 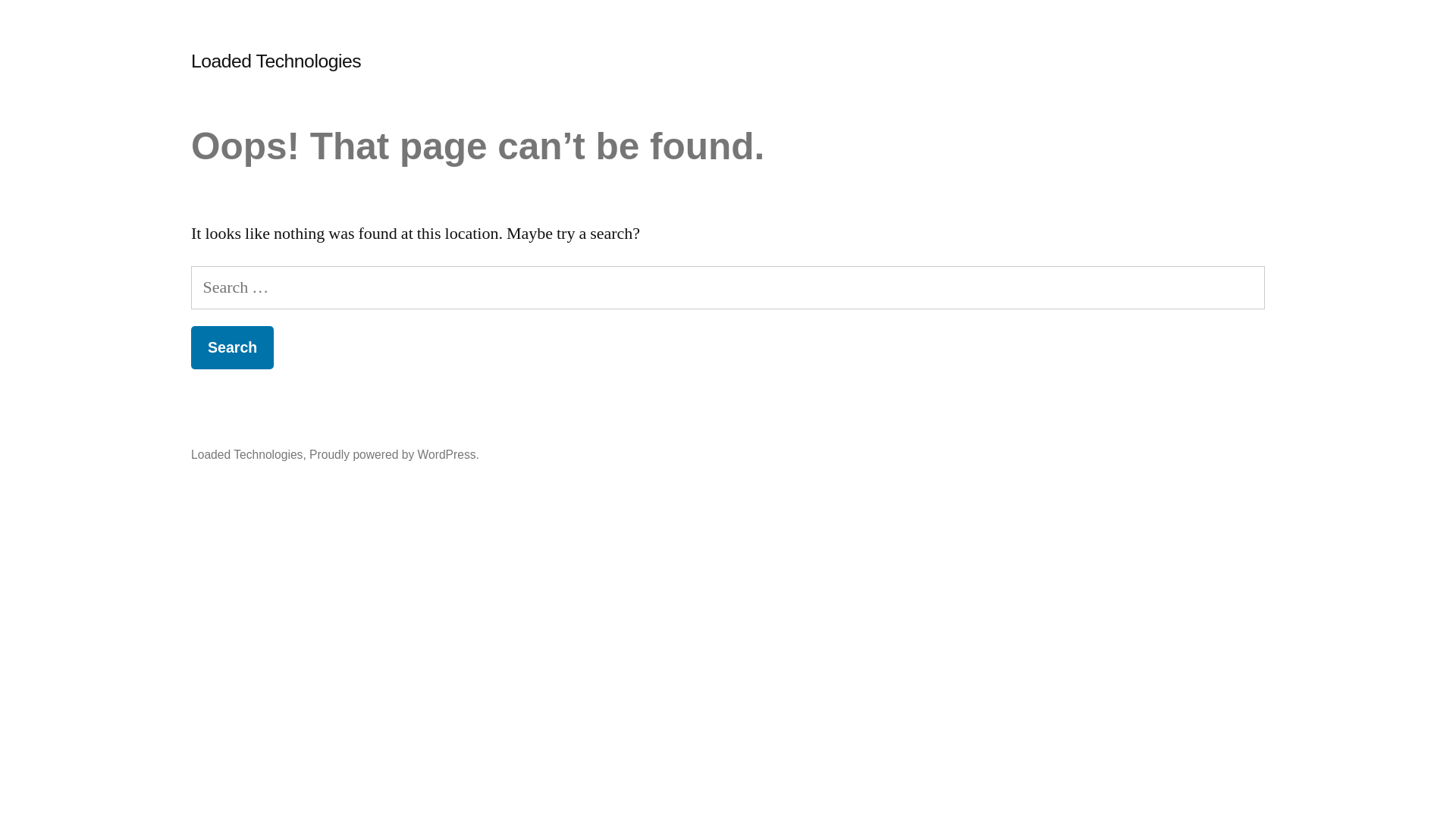 What do you see at coordinates (231, 347) in the screenshot?
I see `'Search'` at bounding box center [231, 347].